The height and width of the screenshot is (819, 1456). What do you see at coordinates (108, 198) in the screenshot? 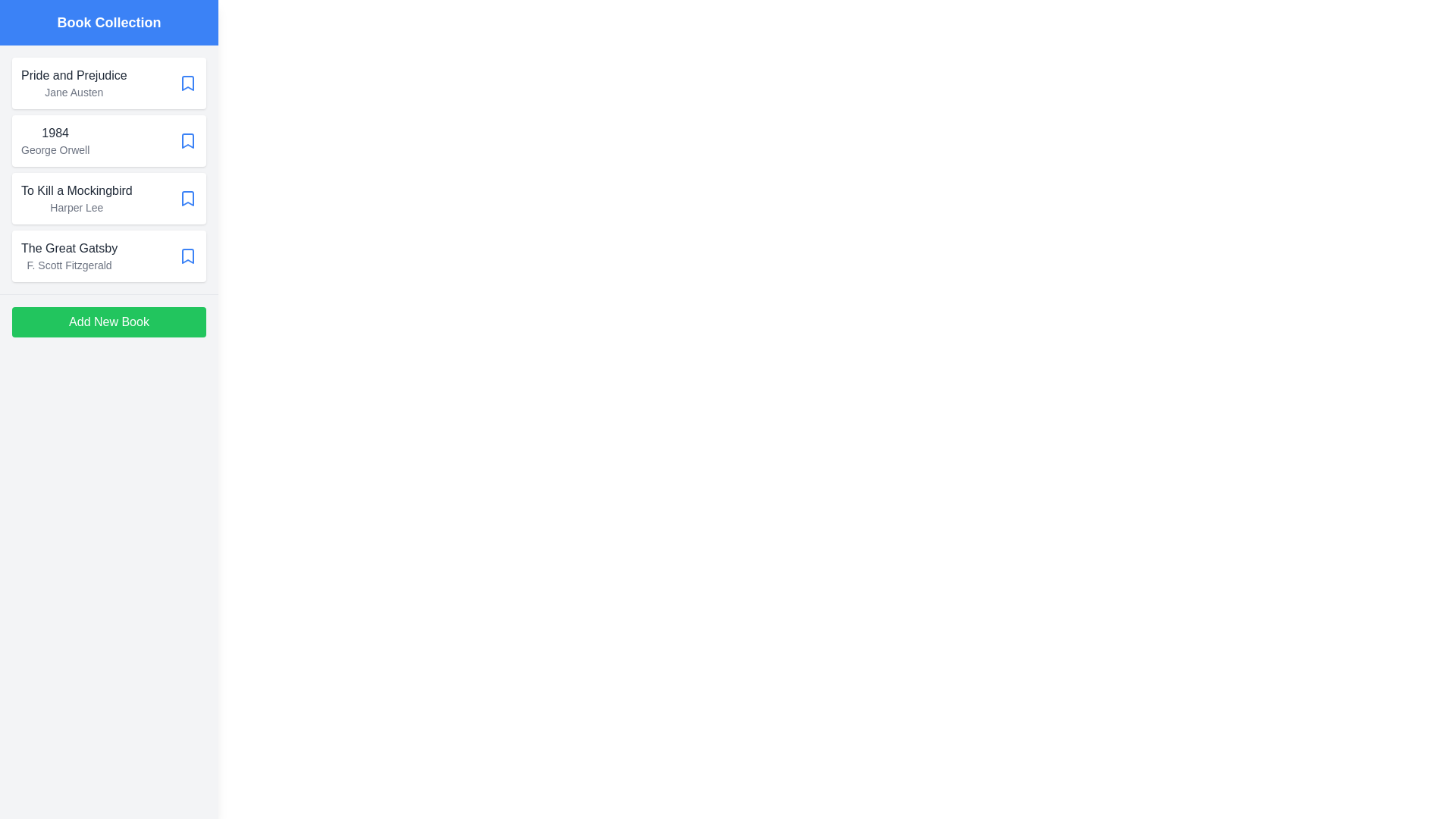
I see `the book item To Kill a Mockingbird to view additional feedback` at bounding box center [108, 198].